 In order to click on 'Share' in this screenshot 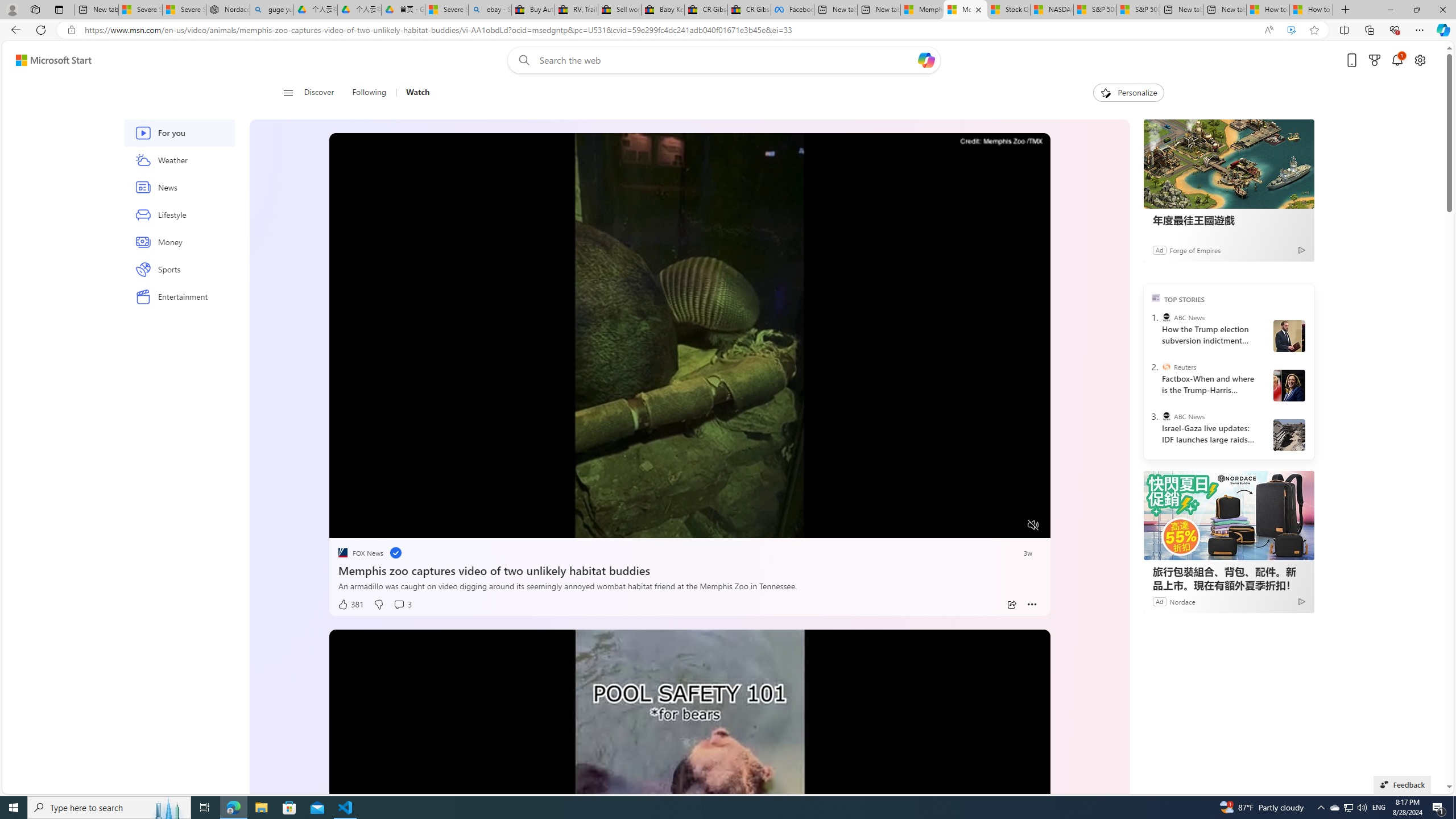, I will do `click(1011, 604)`.